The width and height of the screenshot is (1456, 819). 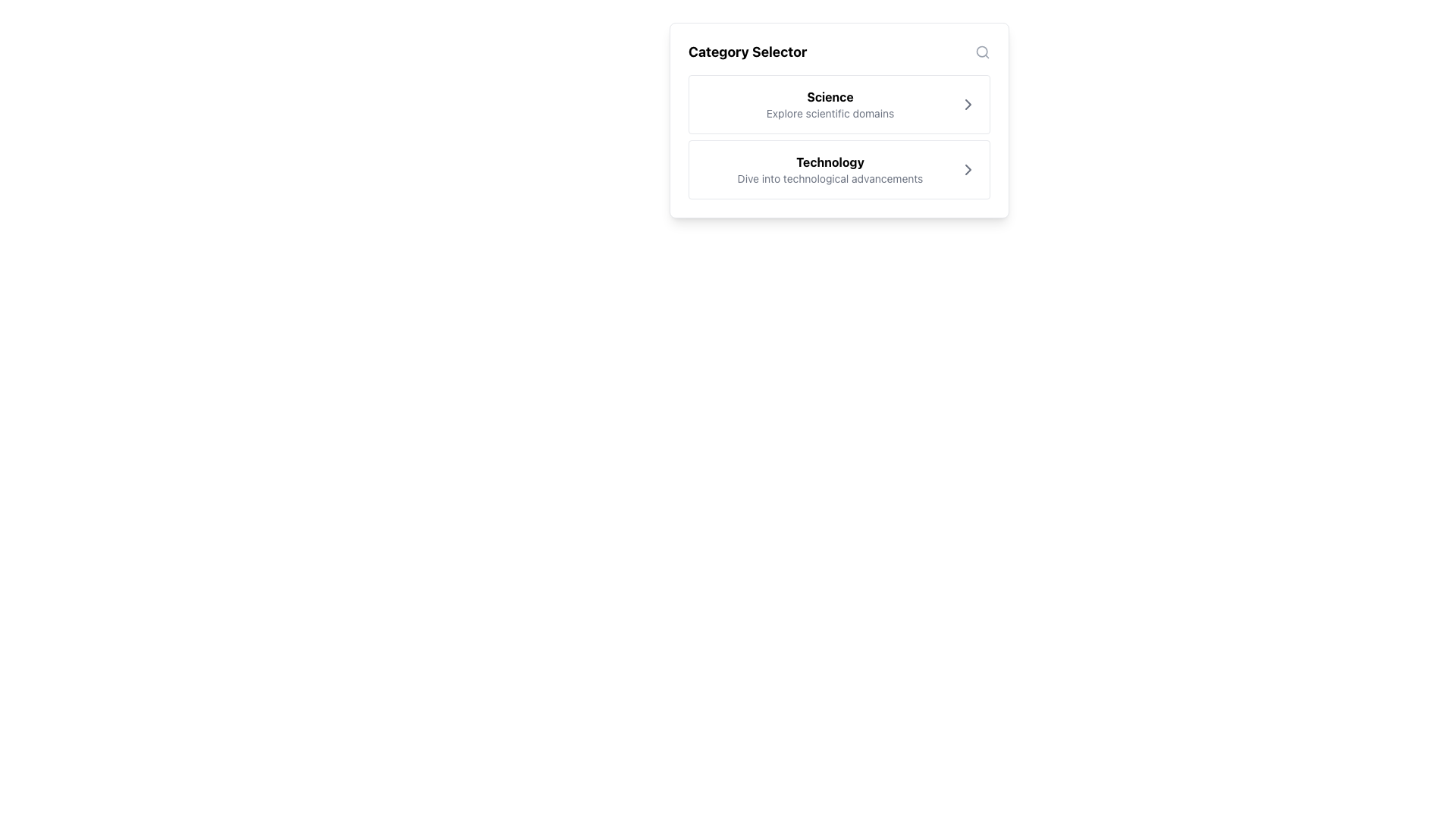 I want to click on the icon, so click(x=967, y=104).